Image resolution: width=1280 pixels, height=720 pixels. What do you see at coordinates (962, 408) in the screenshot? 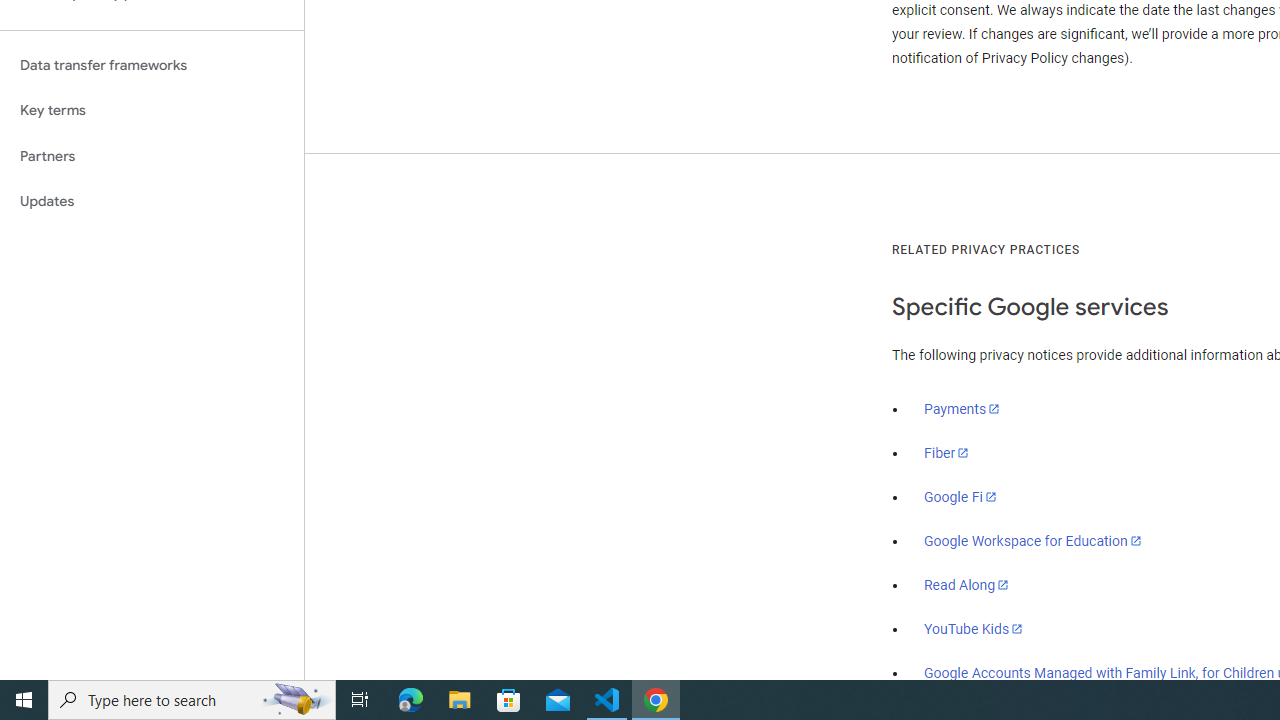
I see `'Payments'` at bounding box center [962, 408].